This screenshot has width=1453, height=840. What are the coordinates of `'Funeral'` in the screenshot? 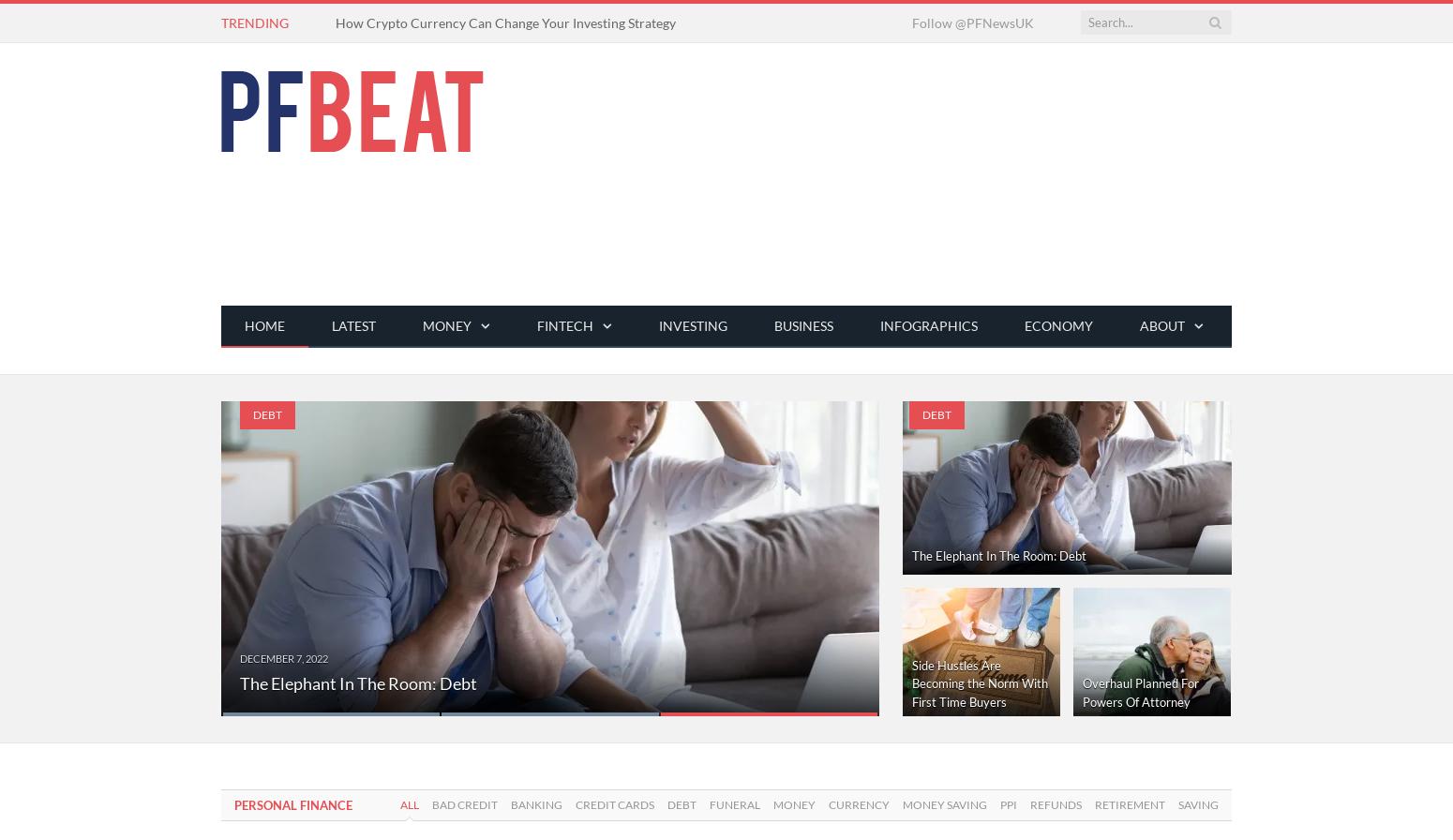 It's located at (710, 804).